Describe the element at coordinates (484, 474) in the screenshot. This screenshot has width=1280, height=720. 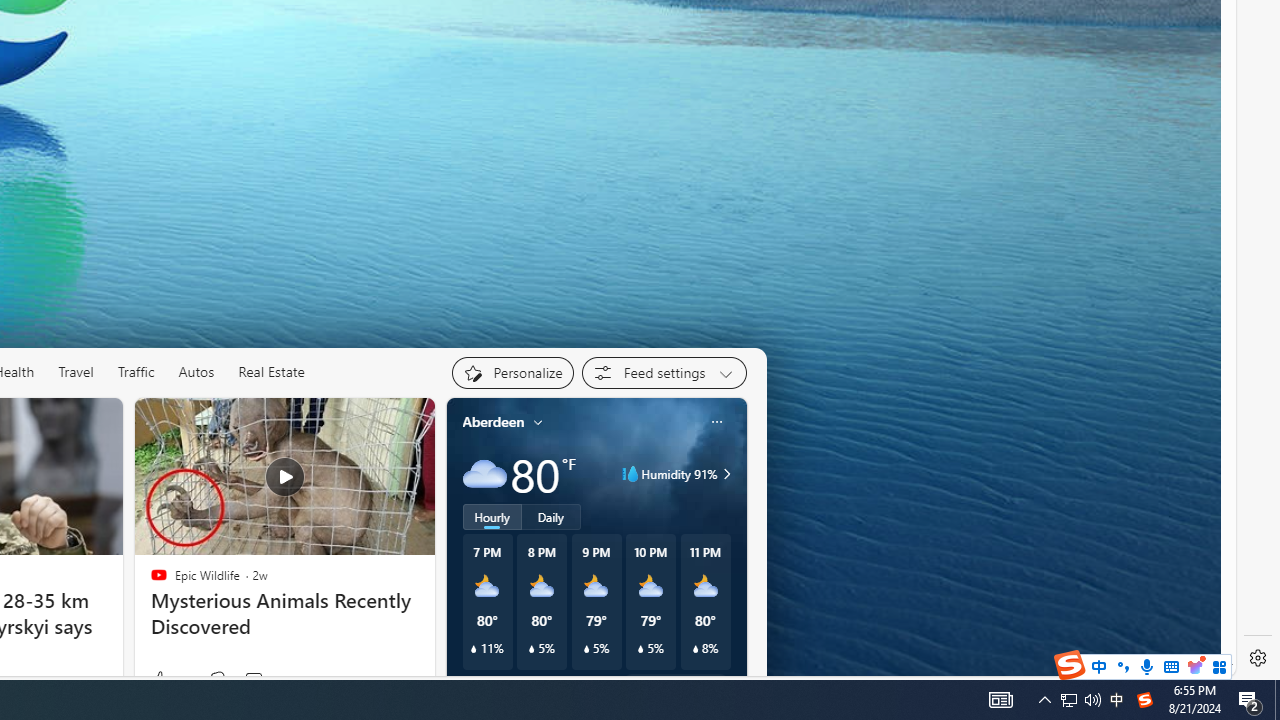
I see `'Cloudy'` at that location.